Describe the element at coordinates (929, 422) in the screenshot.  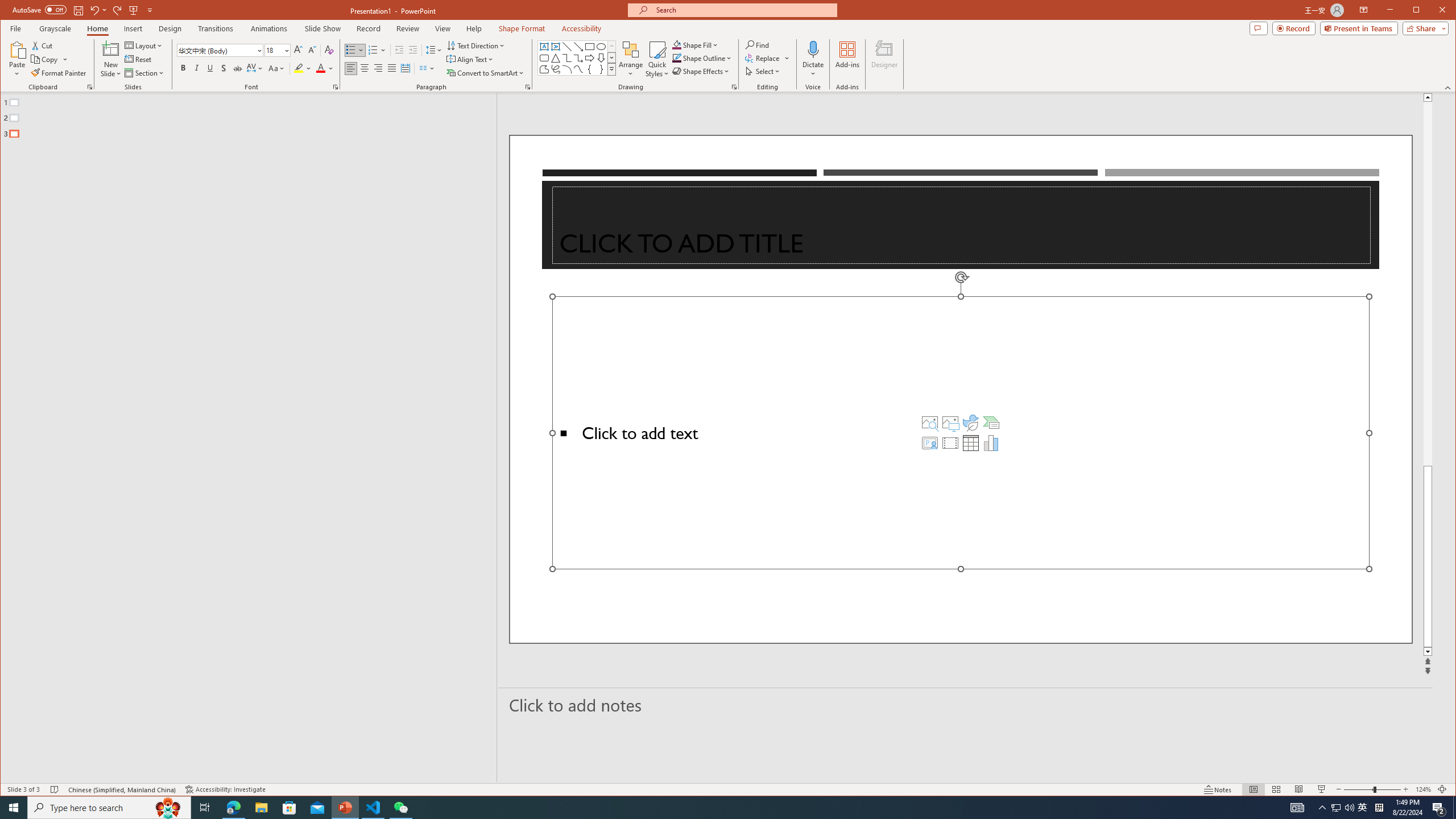
I see `'Stock Images'` at that location.